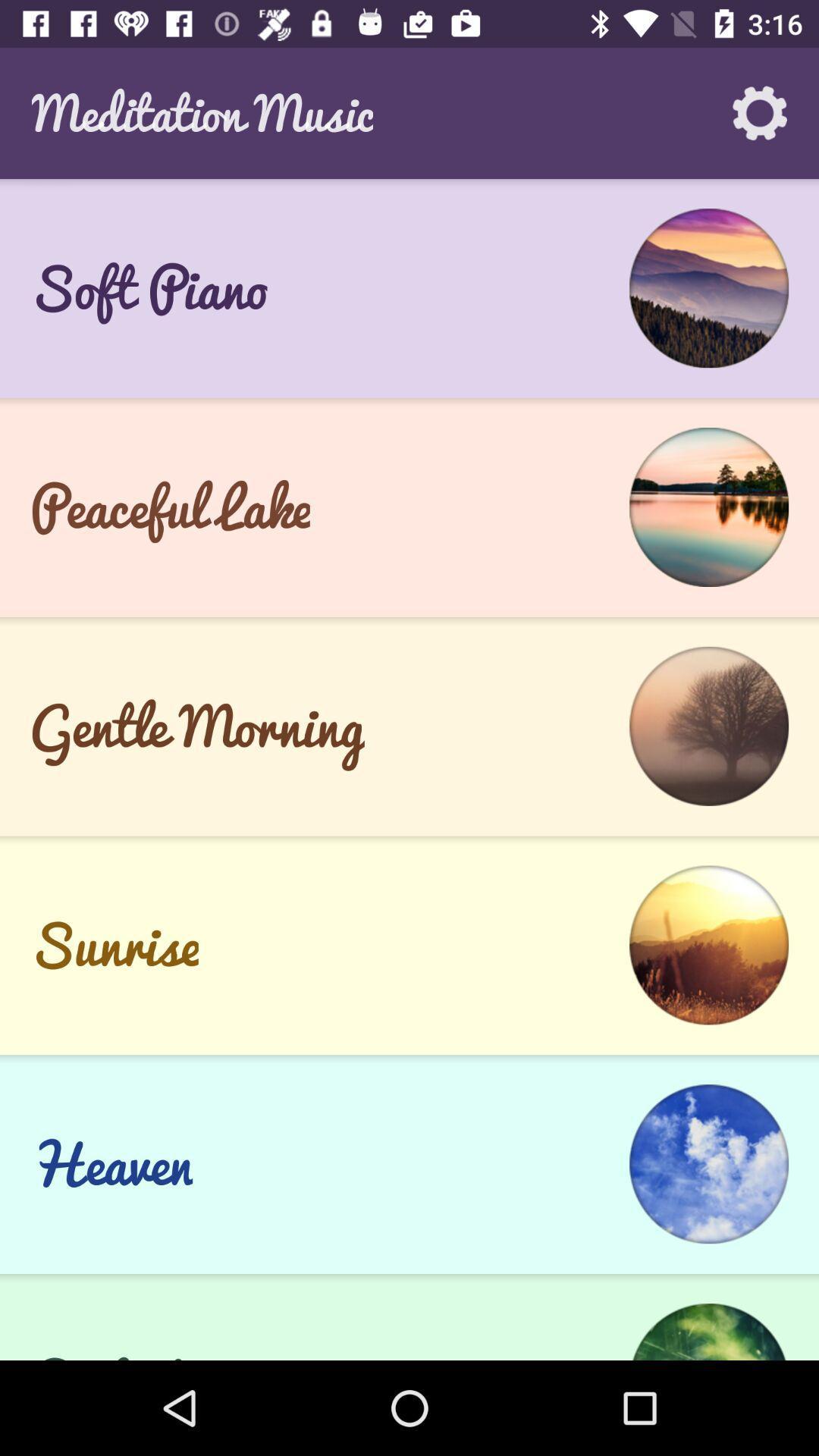  I want to click on the perfect rain app, so click(166, 1349).